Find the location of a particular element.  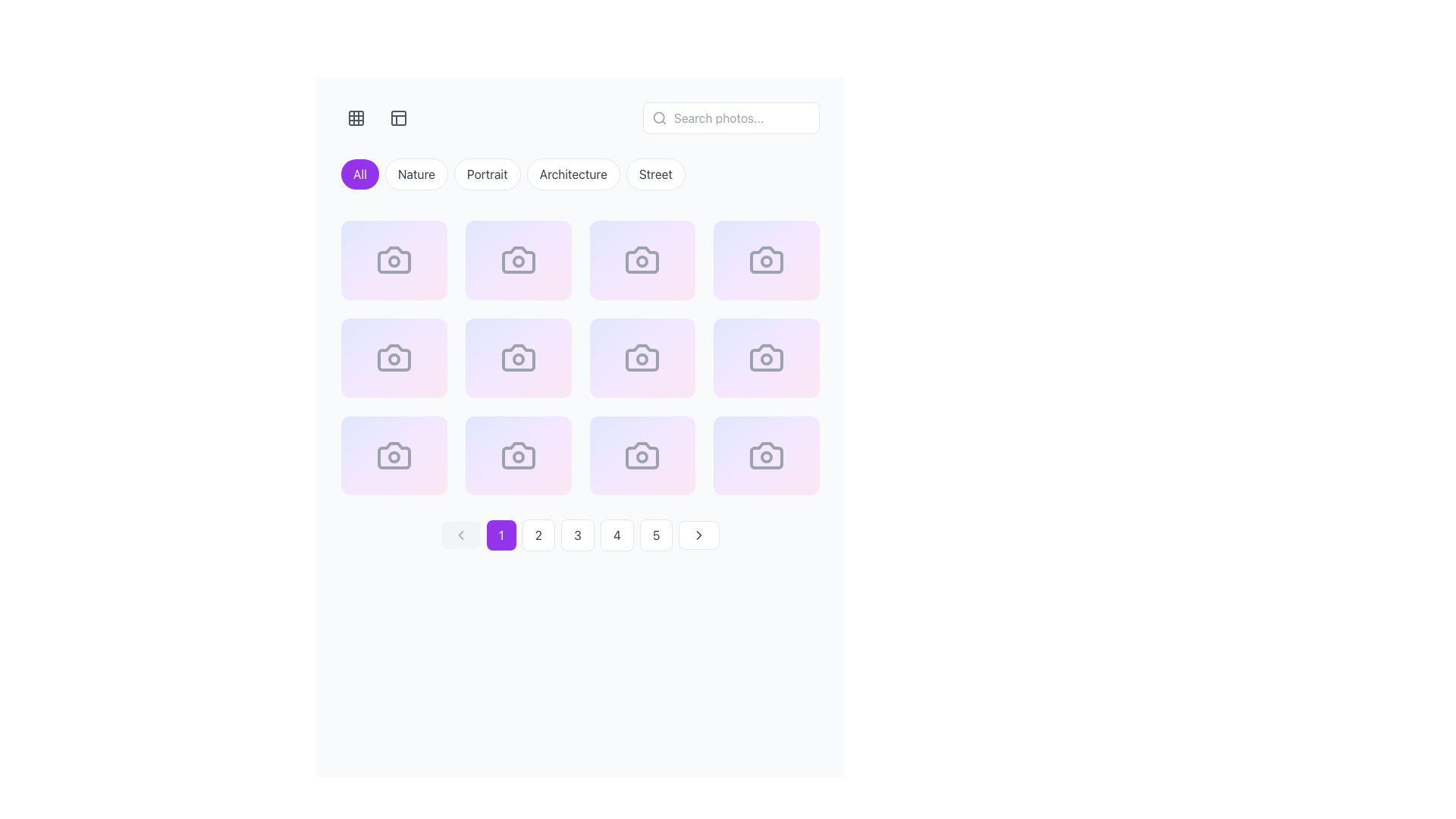

the sixth interactive card in the gallery, located in the second row and fourth column is located at coordinates (518, 358).